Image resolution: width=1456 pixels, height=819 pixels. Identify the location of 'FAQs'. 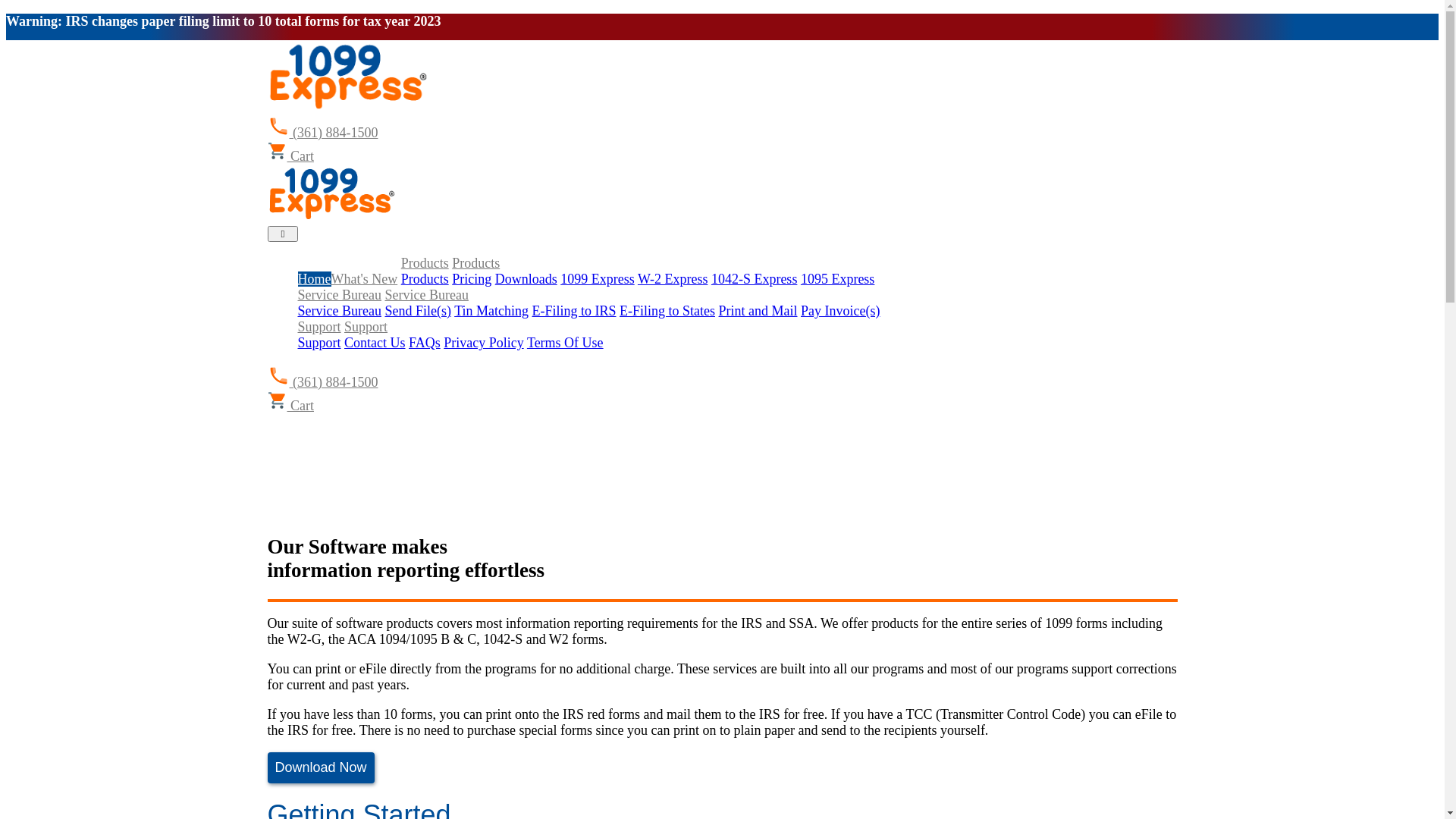
(425, 342).